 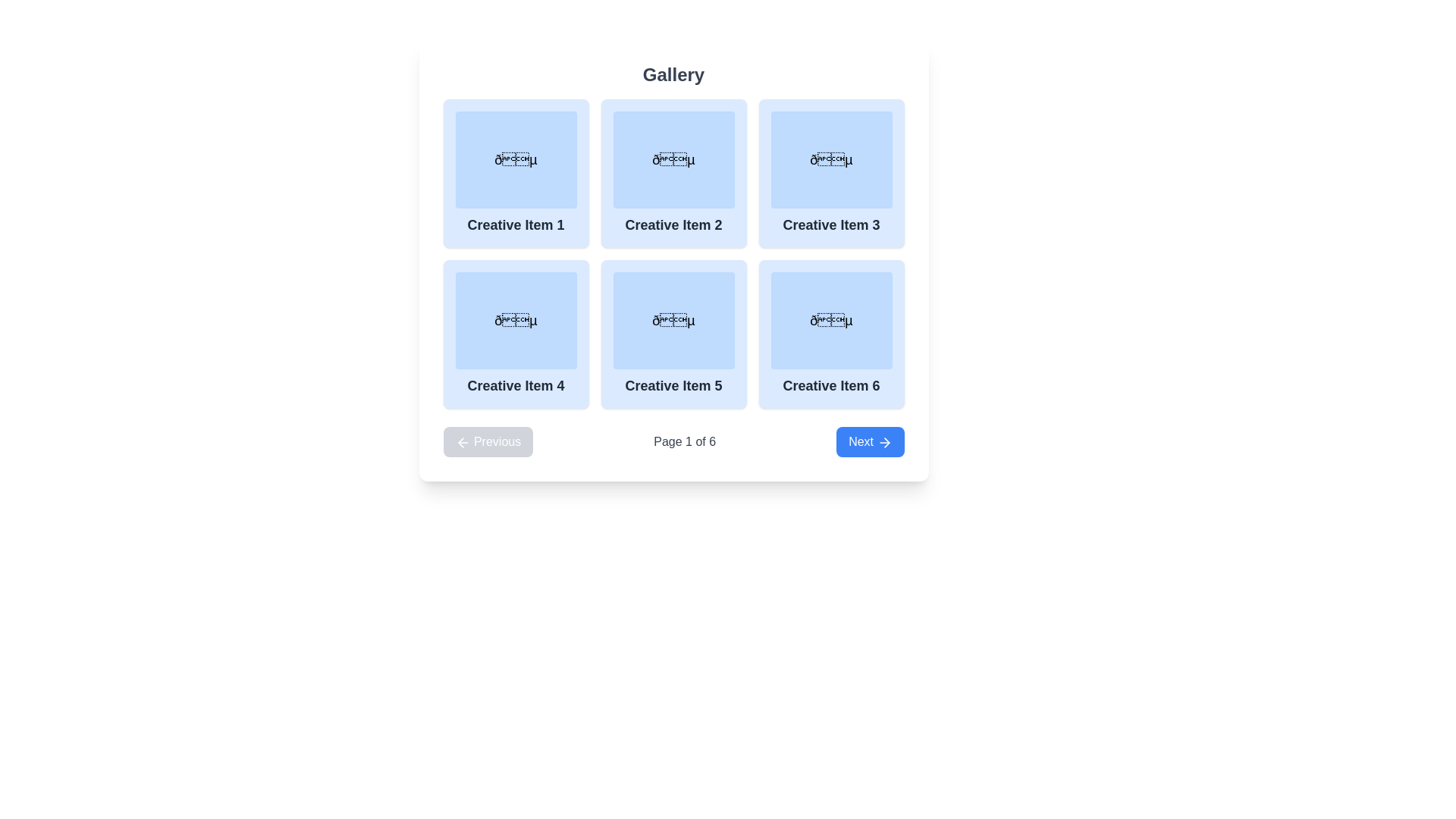 I want to click on text from the label displaying 'Creative Item 5', which is styled in bold dark gray and is located in the bottom row of the gallery layout as the second item, so click(x=673, y=385).